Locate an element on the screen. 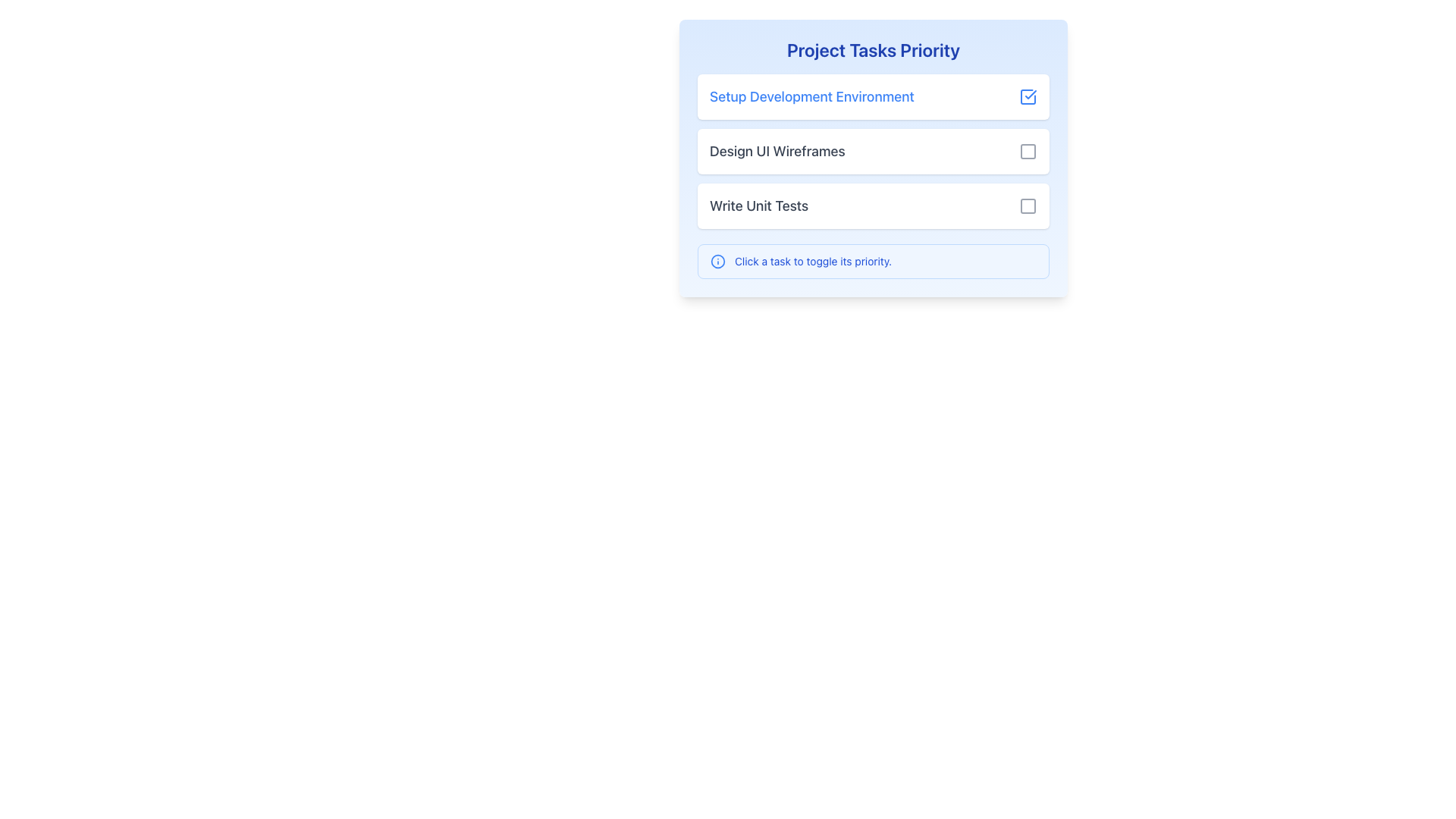  the informational label located at the lower part of the informational box, which has a blue background and follows two checkboxes, preceded by an info icon is located at coordinates (812, 260).